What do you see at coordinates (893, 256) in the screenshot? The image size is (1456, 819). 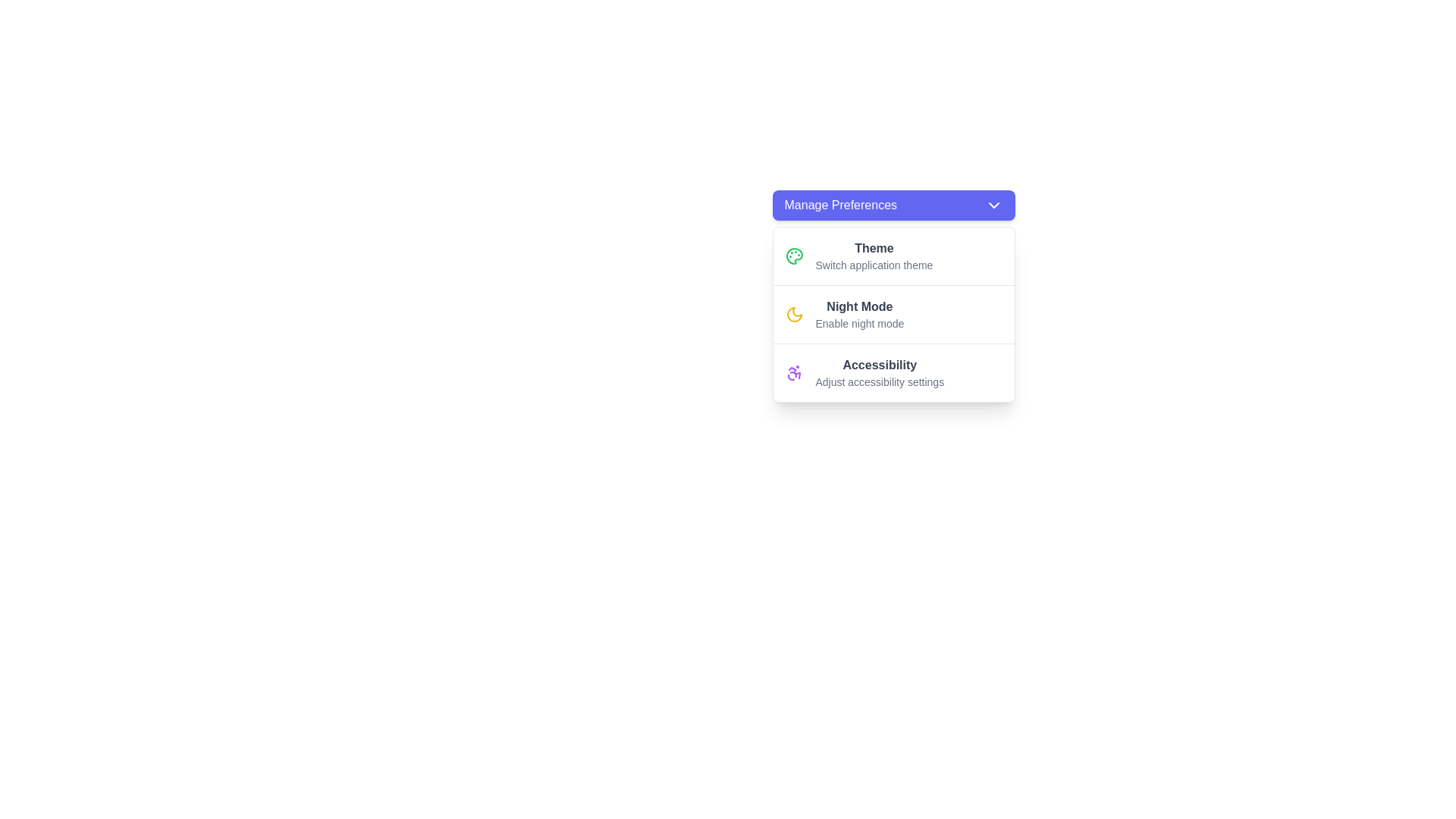 I see `the first row menu item labeled 'Theme' with a green palette icon` at bounding box center [893, 256].